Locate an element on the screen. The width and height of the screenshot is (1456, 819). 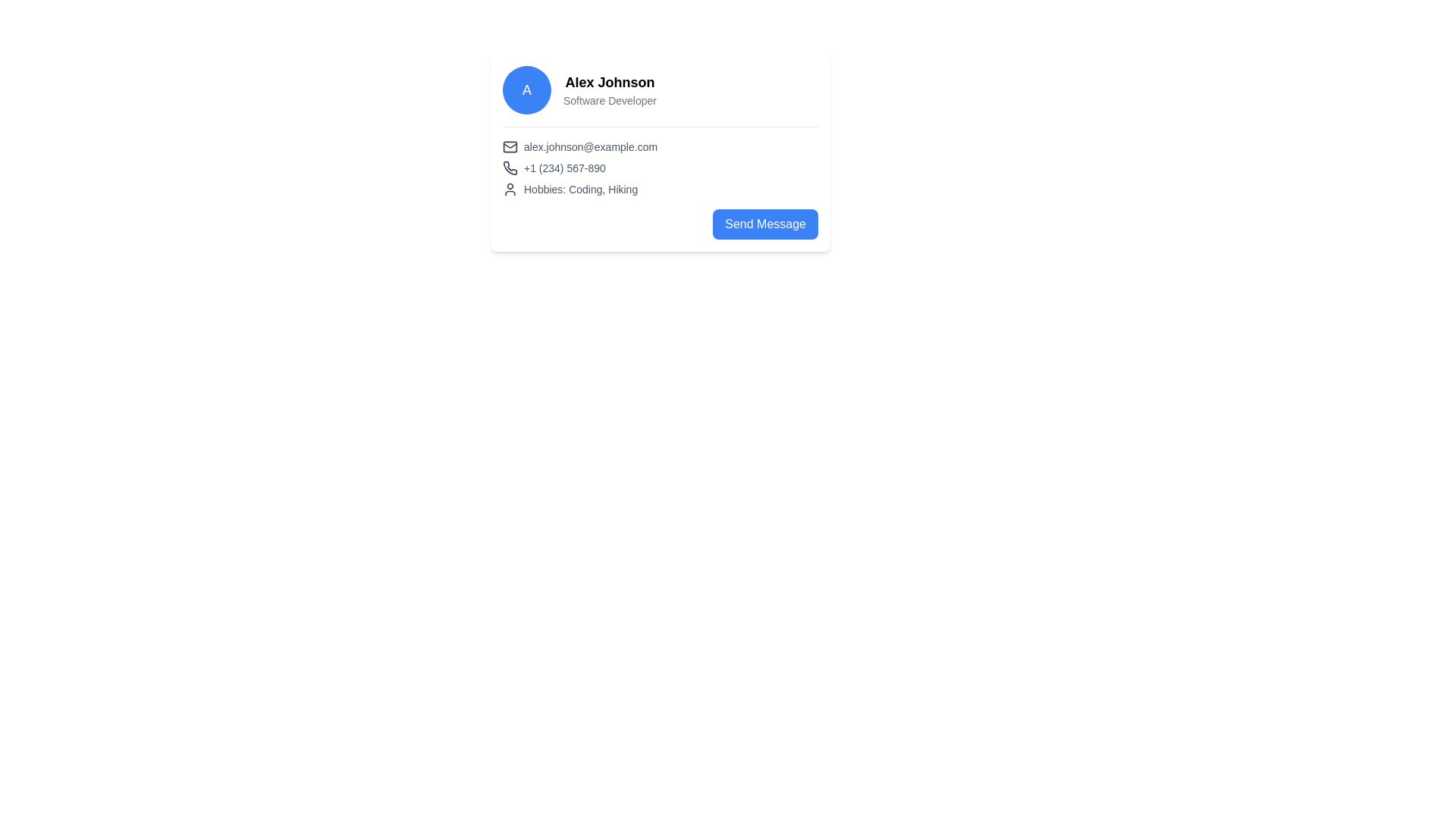
the text label 'Software Developer' that is styled in gray and positioned below 'Alex Johnson' in the contact card layout is located at coordinates (610, 100).